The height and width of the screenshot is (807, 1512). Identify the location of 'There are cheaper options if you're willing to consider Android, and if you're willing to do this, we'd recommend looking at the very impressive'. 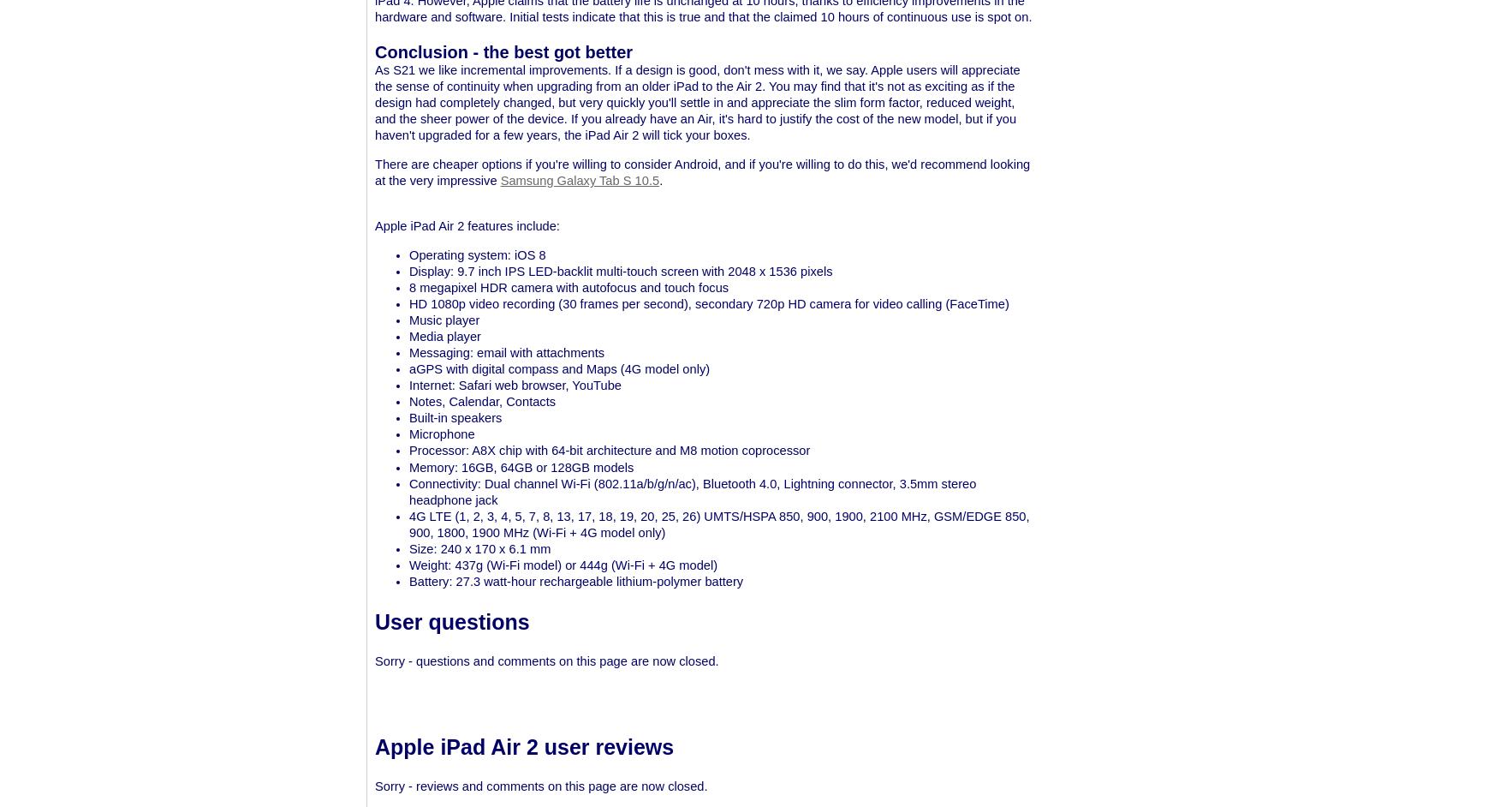
(373, 172).